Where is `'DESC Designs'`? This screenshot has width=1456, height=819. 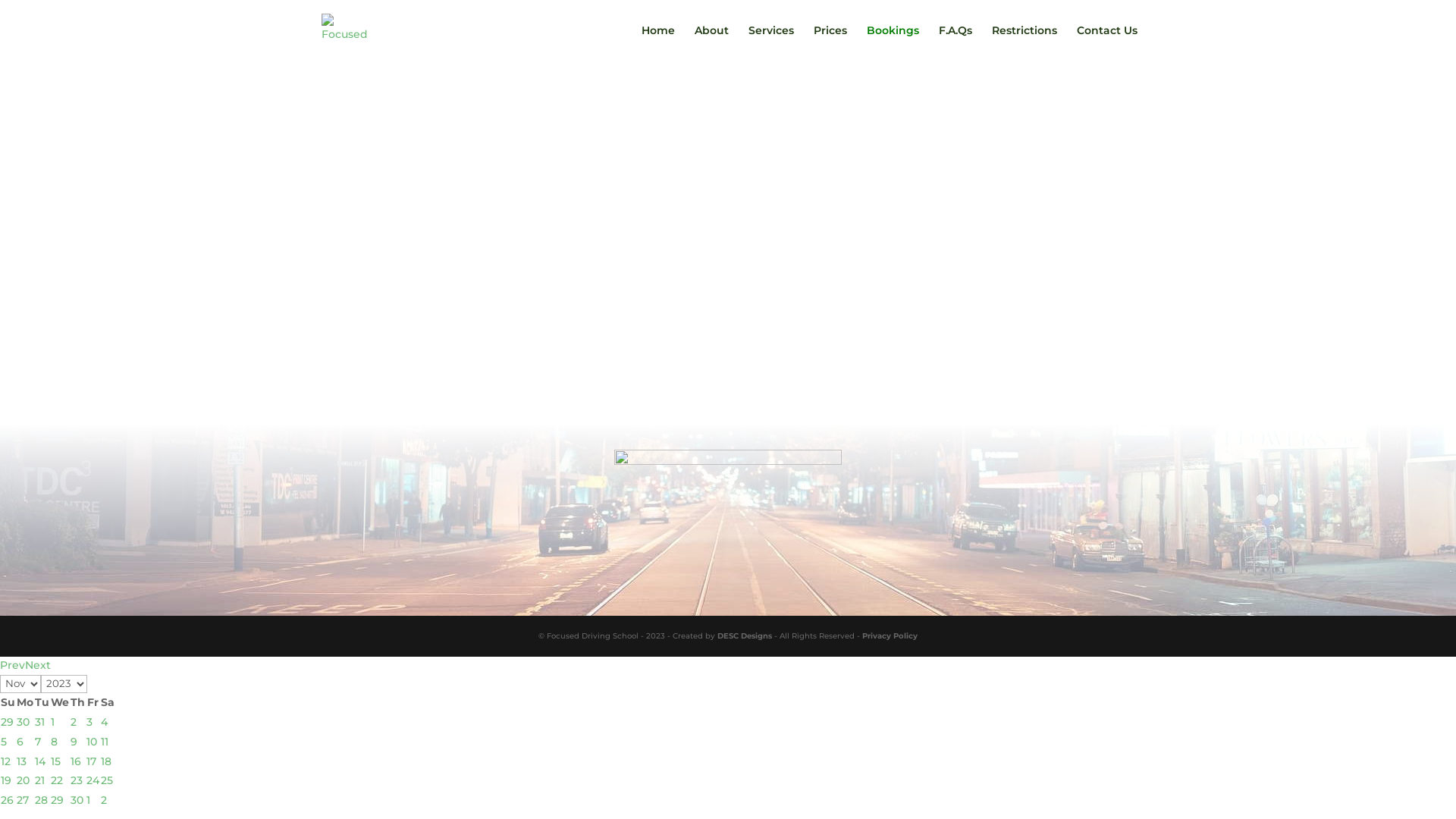
'DESC Designs' is located at coordinates (745, 635).